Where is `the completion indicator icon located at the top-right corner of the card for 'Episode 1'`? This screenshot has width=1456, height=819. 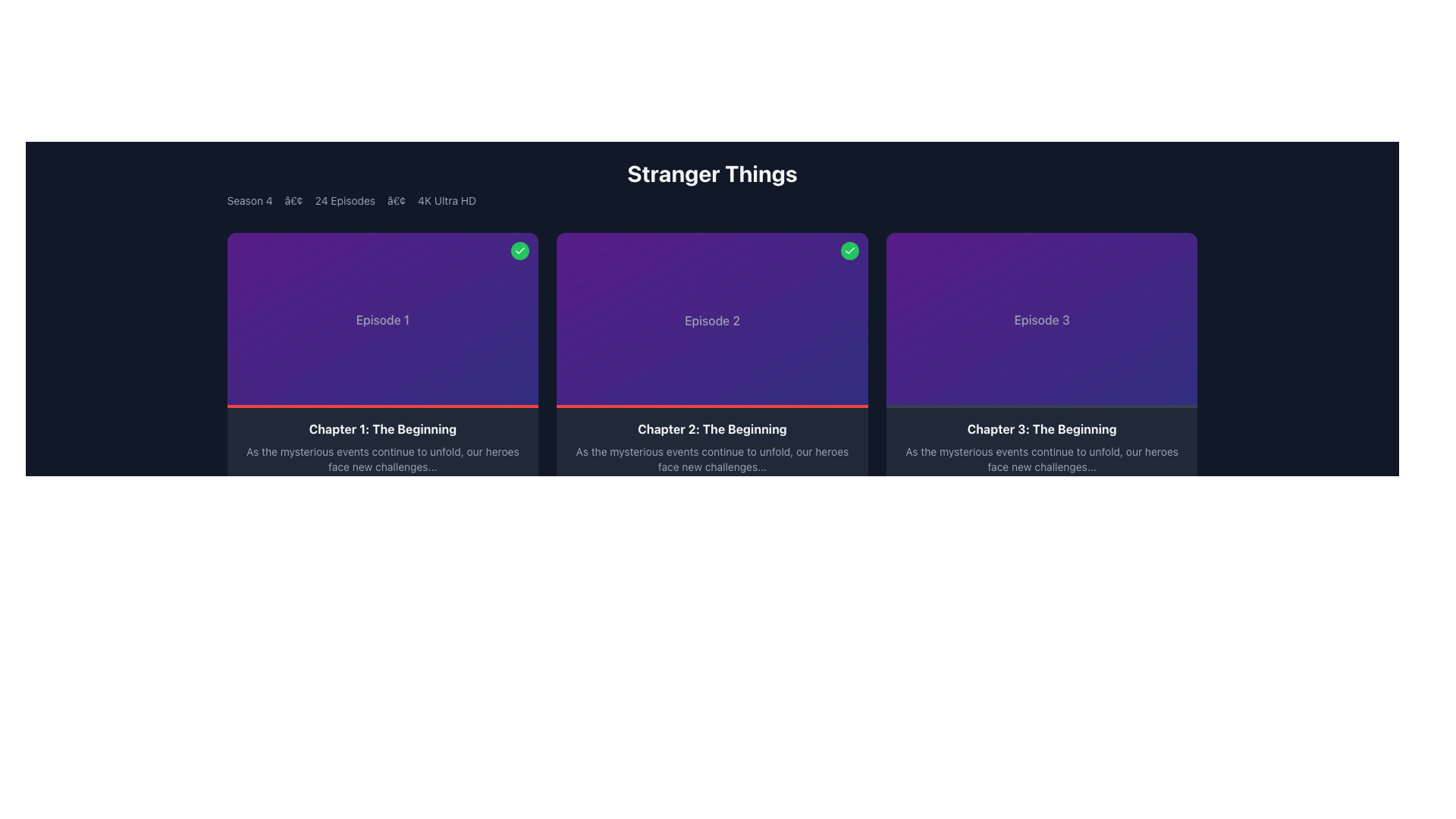 the completion indicator icon located at the top-right corner of the card for 'Episode 1' is located at coordinates (520, 250).